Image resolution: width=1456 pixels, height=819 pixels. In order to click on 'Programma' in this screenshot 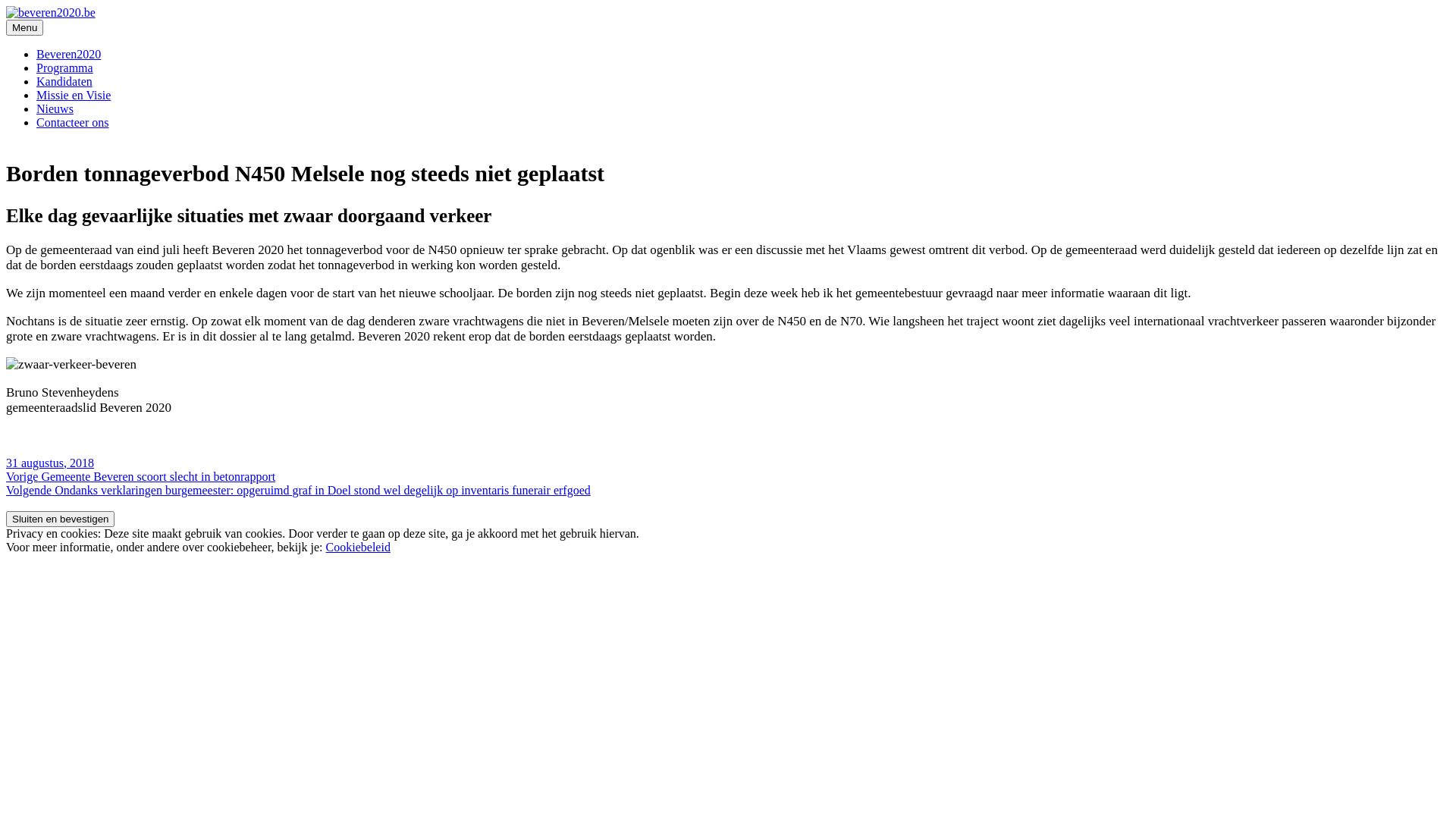, I will do `click(64, 67)`.